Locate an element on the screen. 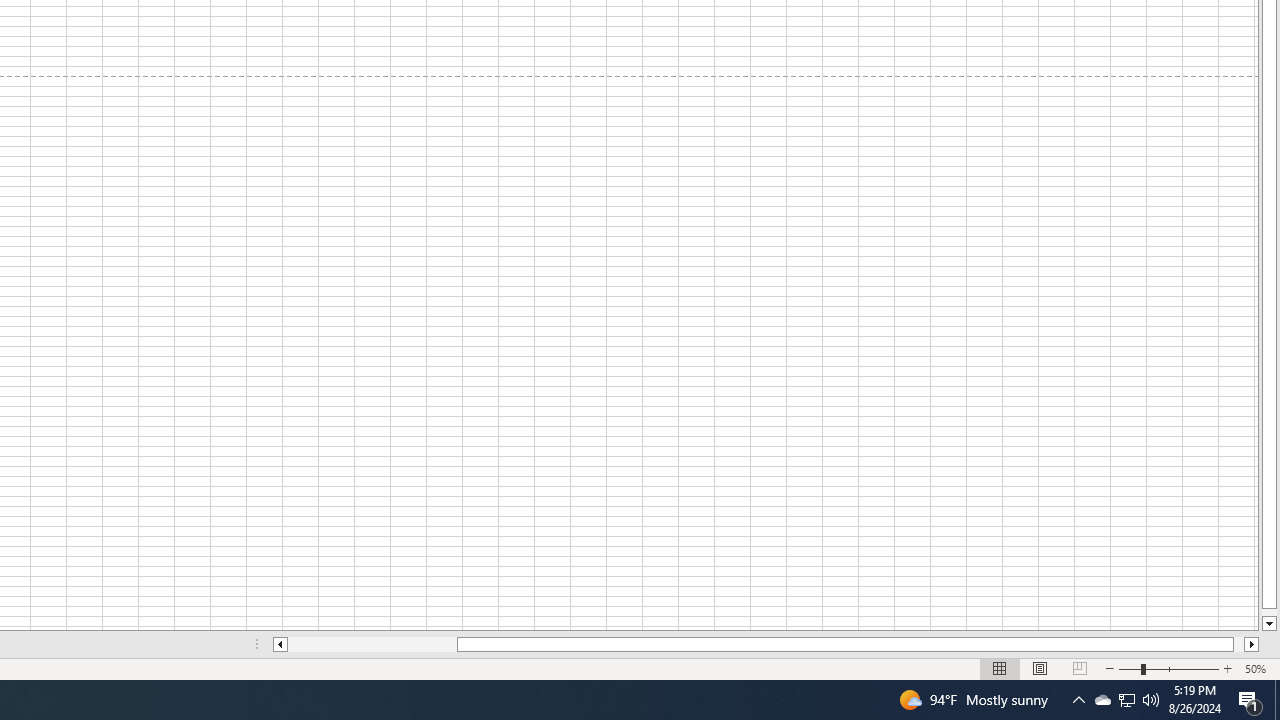 The image size is (1280, 720). 'Zoom Out' is located at coordinates (1129, 669).